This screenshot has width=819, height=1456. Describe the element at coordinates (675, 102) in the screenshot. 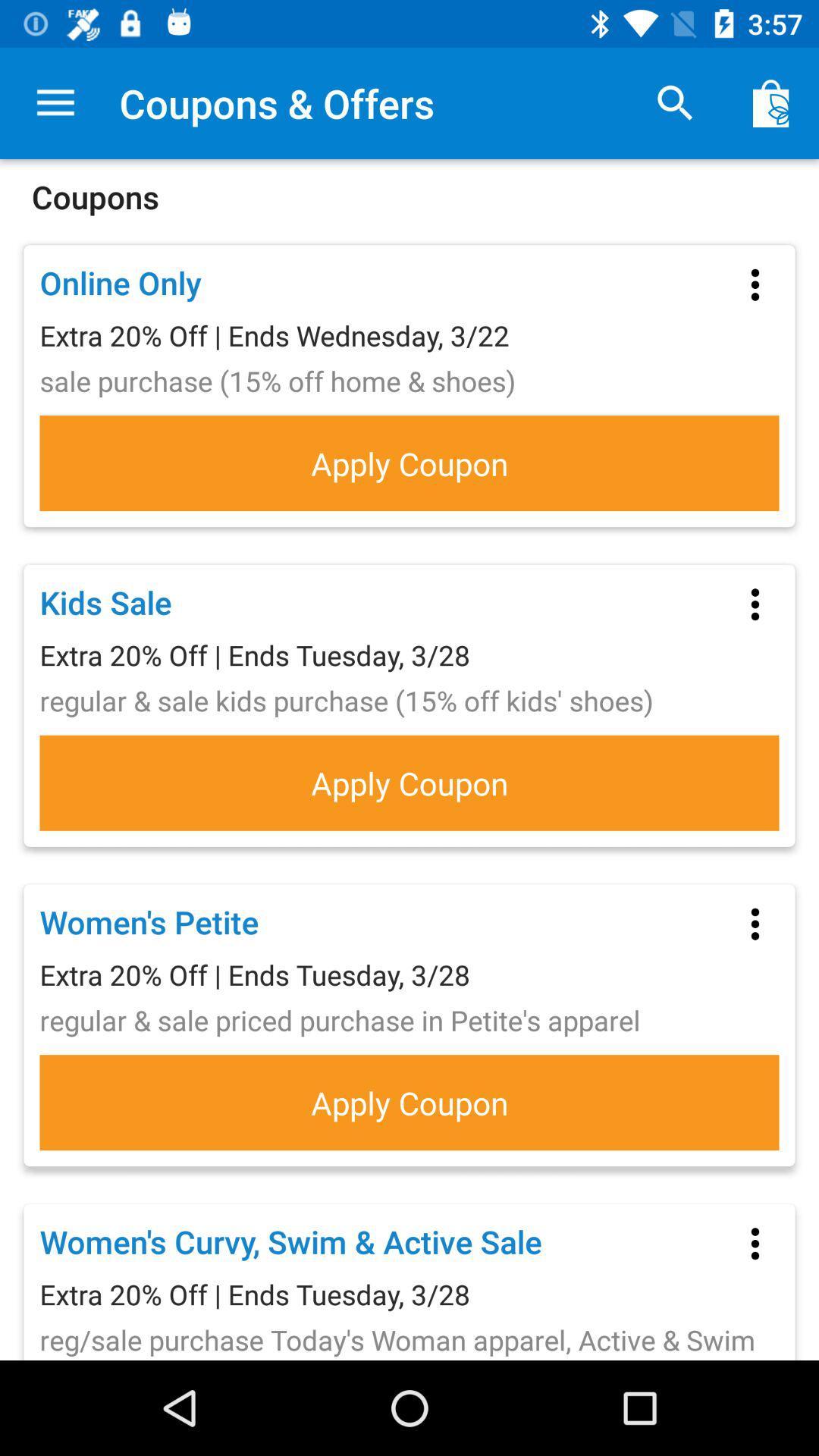

I see `the item next to the coupons & offers item` at that location.